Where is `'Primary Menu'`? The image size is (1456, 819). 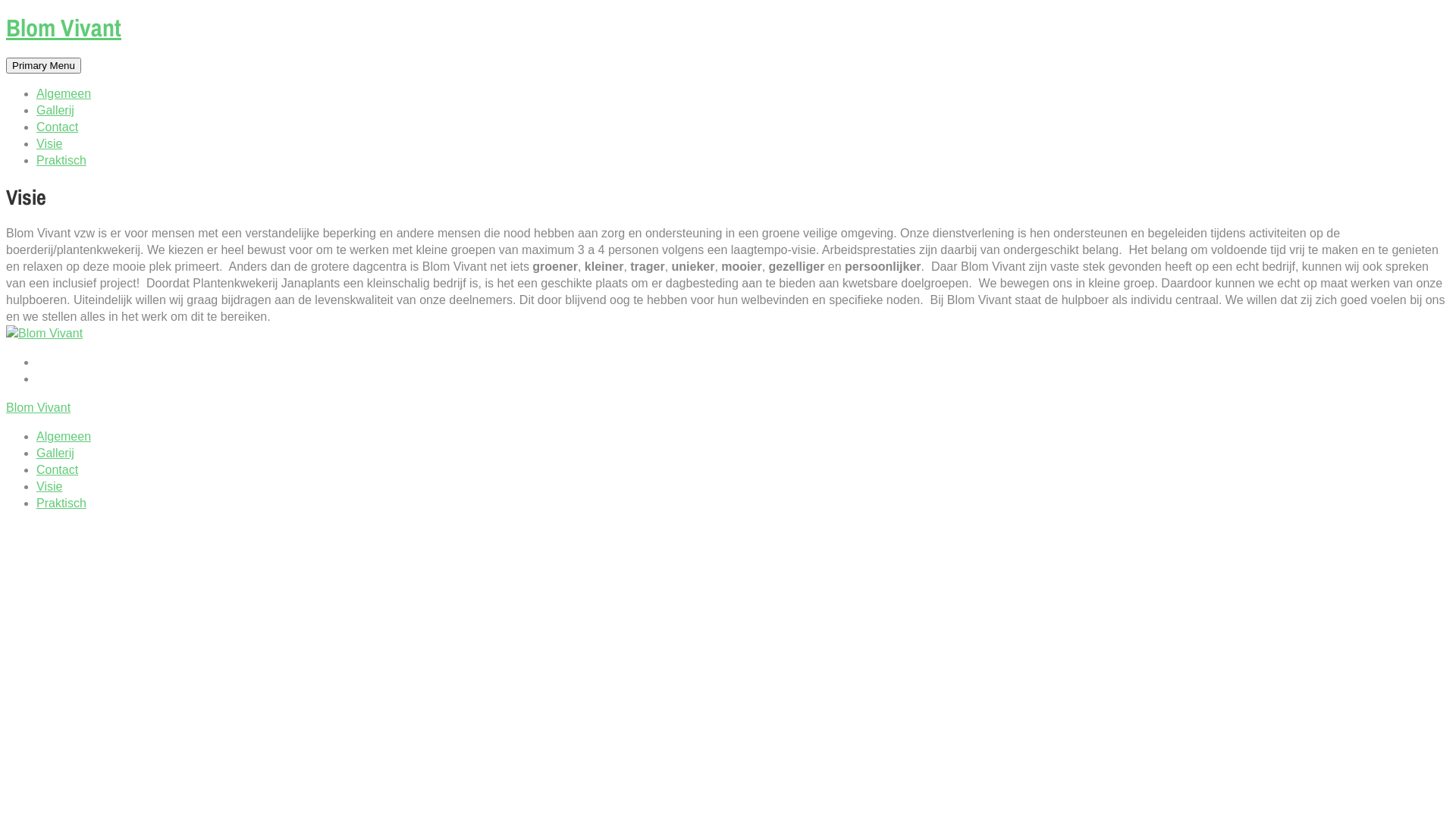 'Primary Menu' is located at coordinates (43, 64).